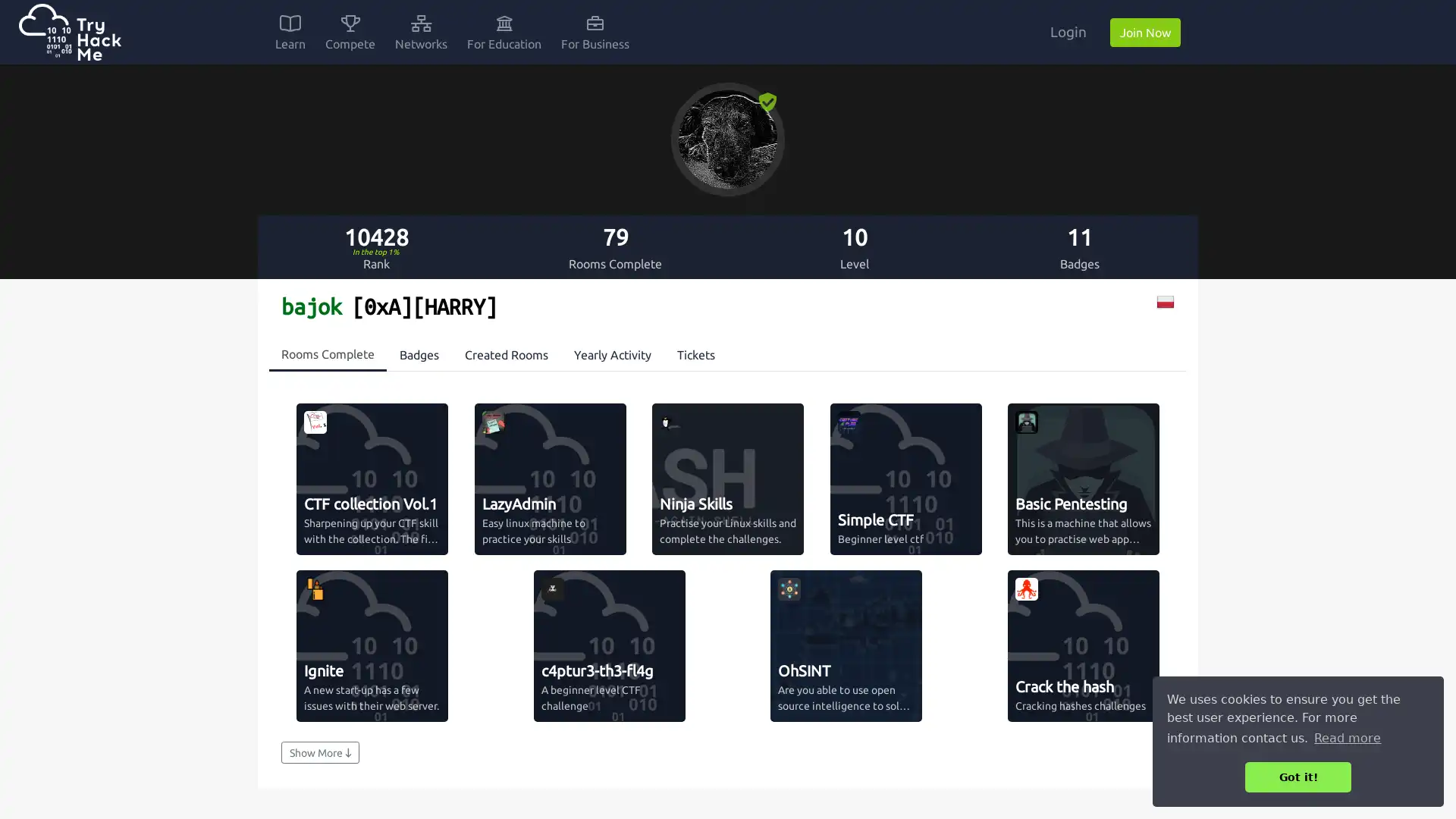  What do you see at coordinates (1298, 777) in the screenshot?
I see `dismiss cookie message` at bounding box center [1298, 777].